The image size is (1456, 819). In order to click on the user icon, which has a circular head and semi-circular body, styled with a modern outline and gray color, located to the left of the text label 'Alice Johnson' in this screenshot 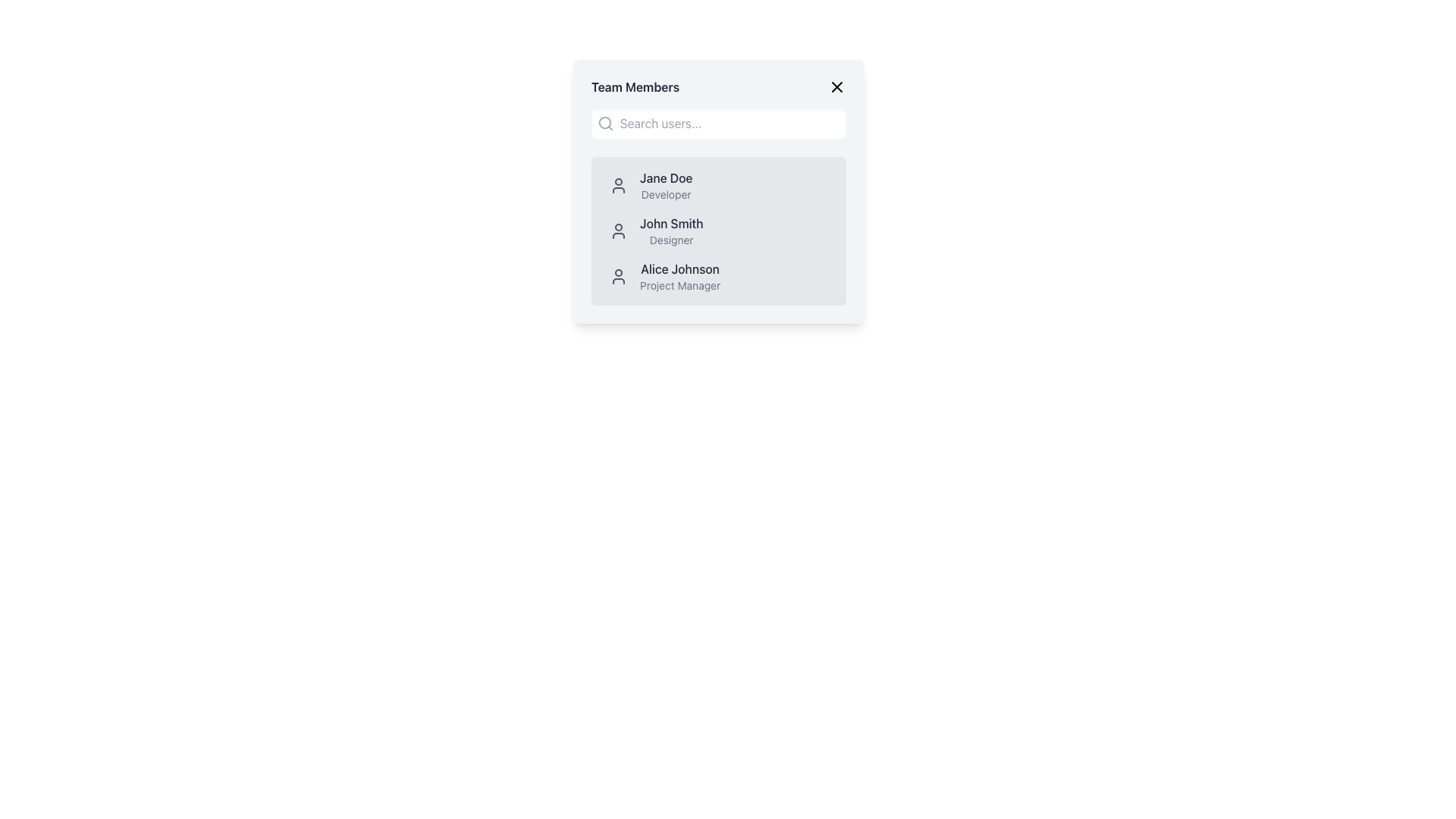, I will do `click(619, 277)`.